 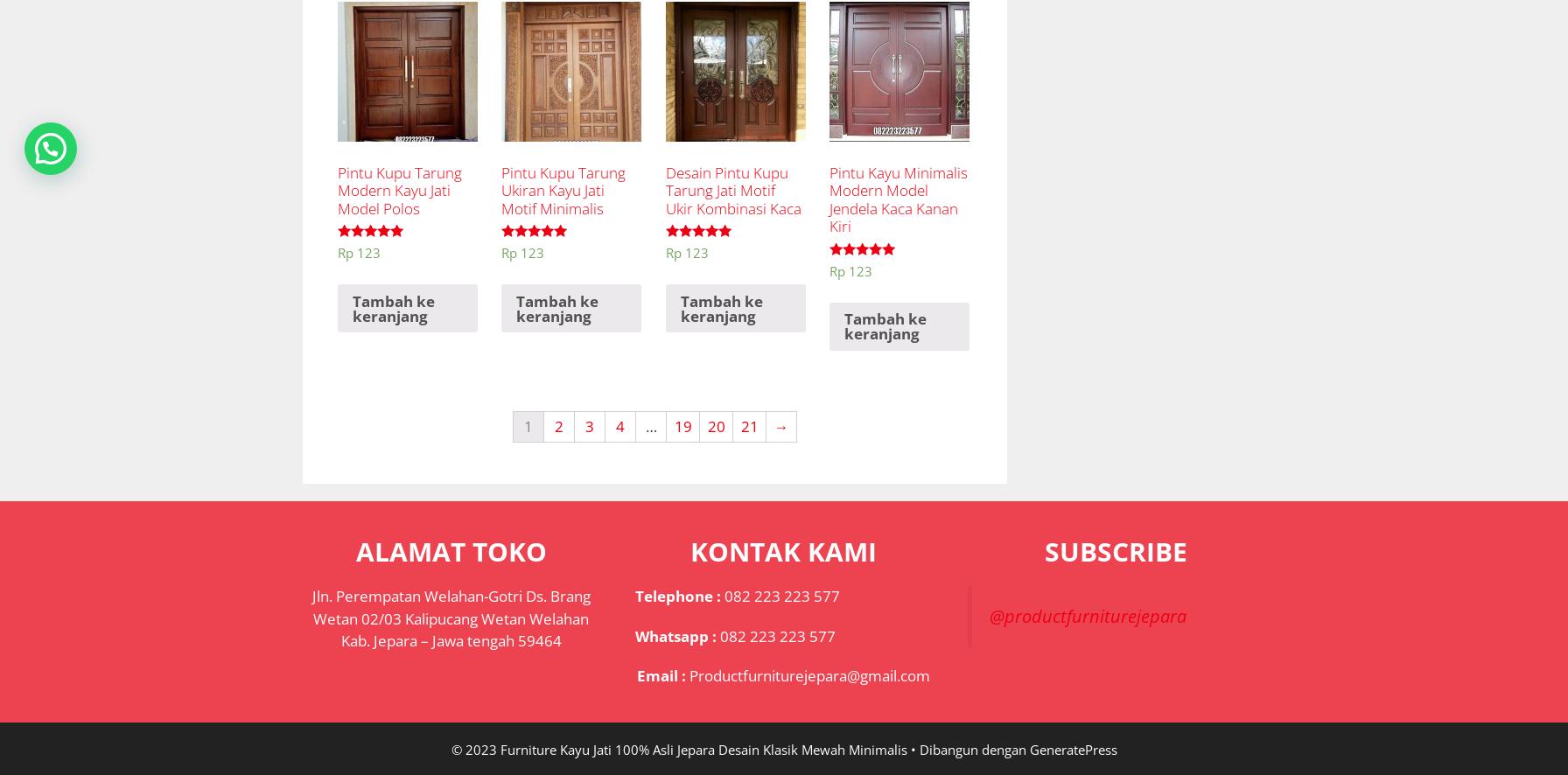 What do you see at coordinates (678, 747) in the screenshot?
I see `'© 2023 Furniture Kayu Jati 100% Asli Jepara Desain Klasik Mewah Minimalis'` at bounding box center [678, 747].